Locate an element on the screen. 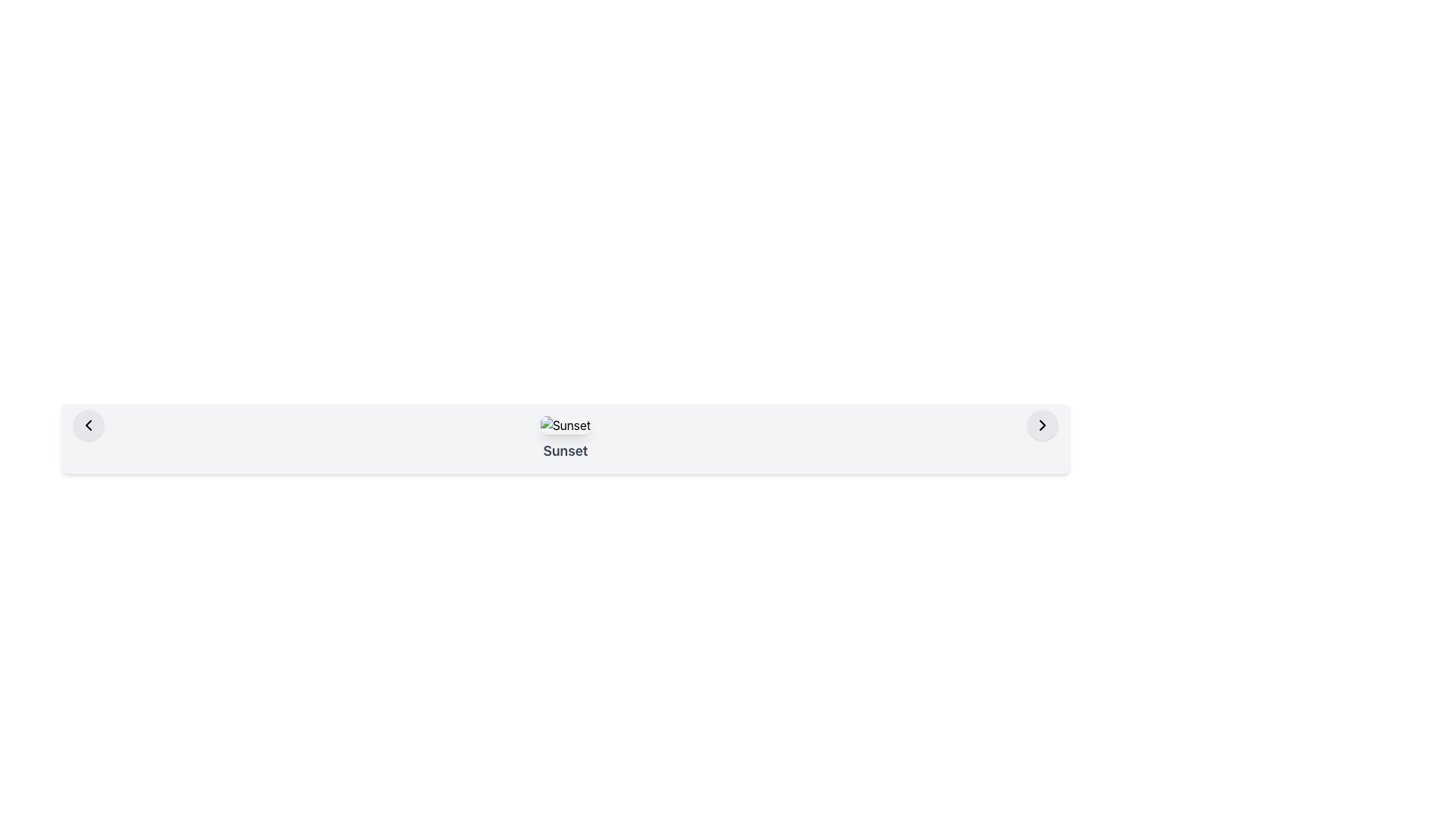 The width and height of the screenshot is (1456, 819). the circular button on the left end of the white horizontal panel, which has a gray background and a left-pointing chevron icon, to potentially see a tooltip is located at coordinates (87, 425).